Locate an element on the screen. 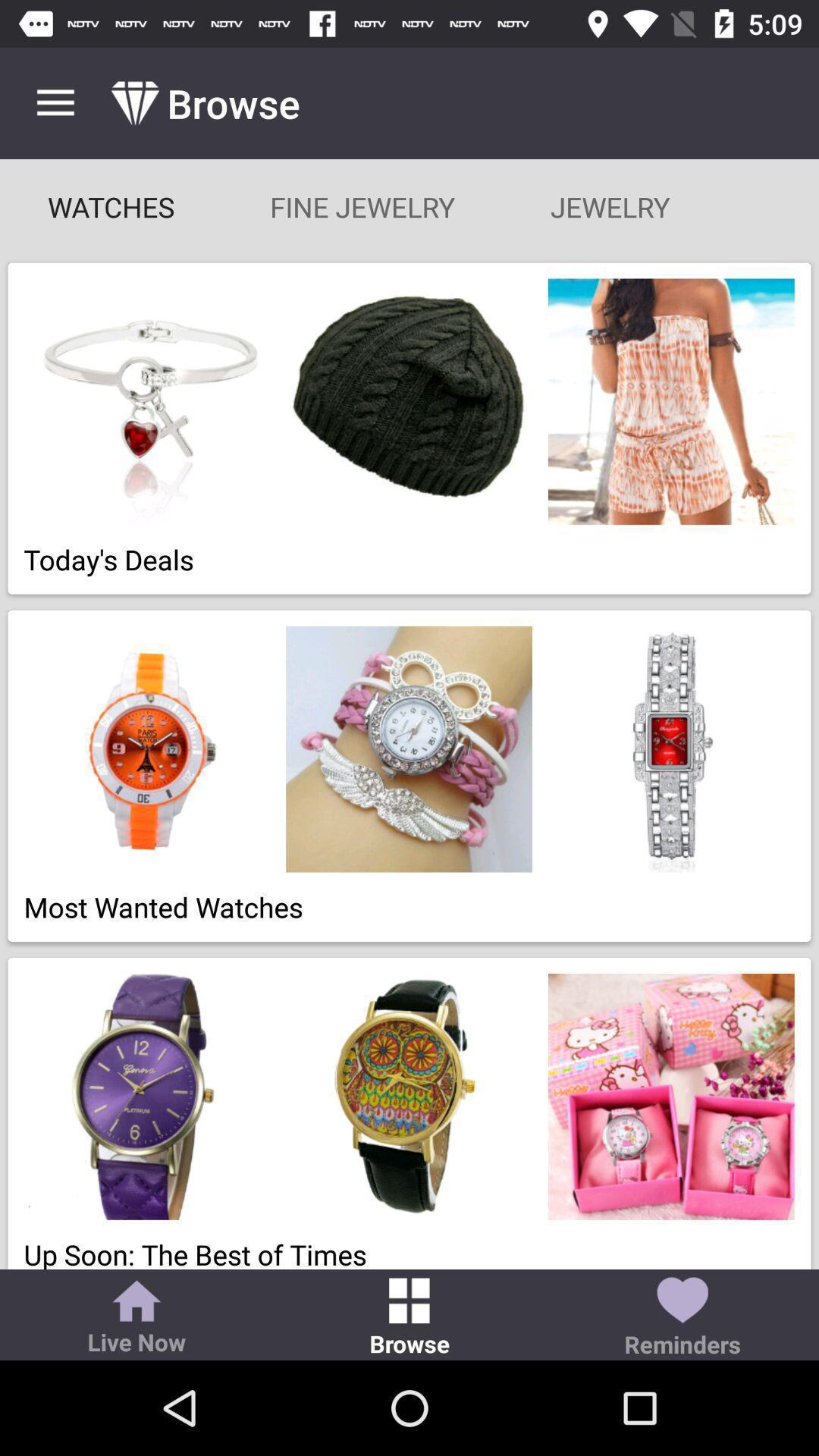 The image size is (819, 1456). icon to the right of browse is located at coordinates (681, 1318).